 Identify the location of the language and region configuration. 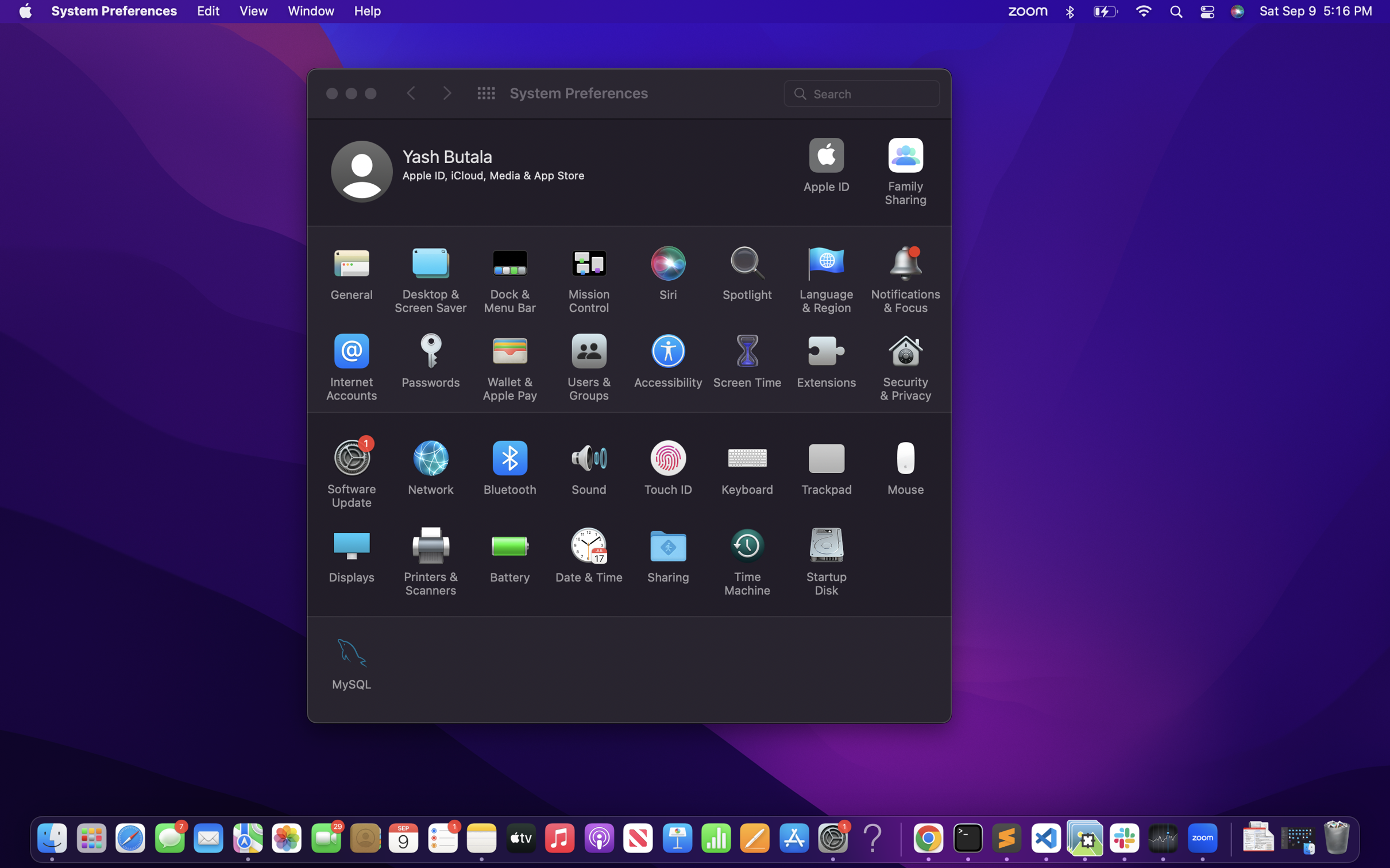
(827, 280).